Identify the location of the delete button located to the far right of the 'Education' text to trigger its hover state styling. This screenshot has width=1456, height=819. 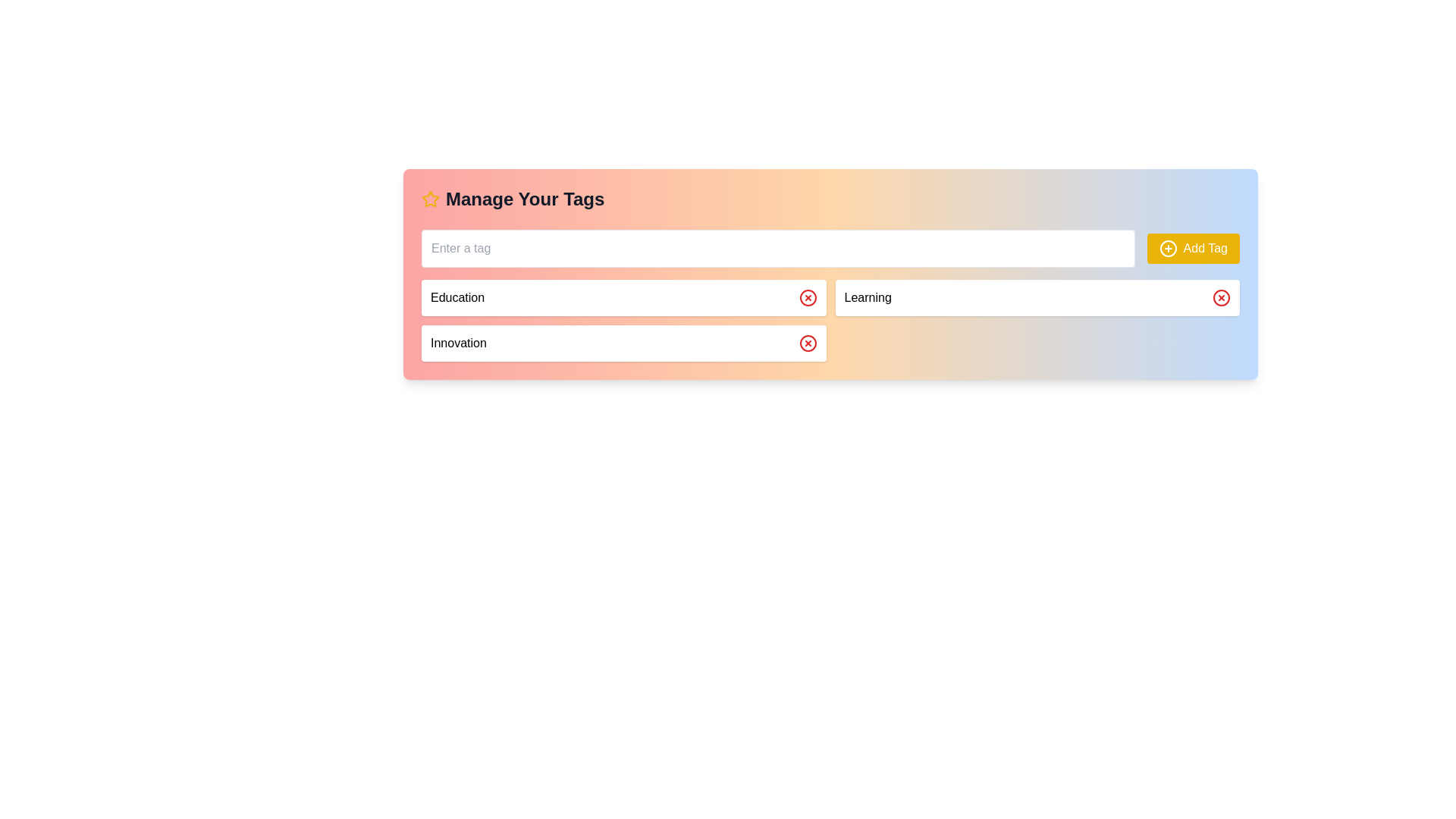
(807, 298).